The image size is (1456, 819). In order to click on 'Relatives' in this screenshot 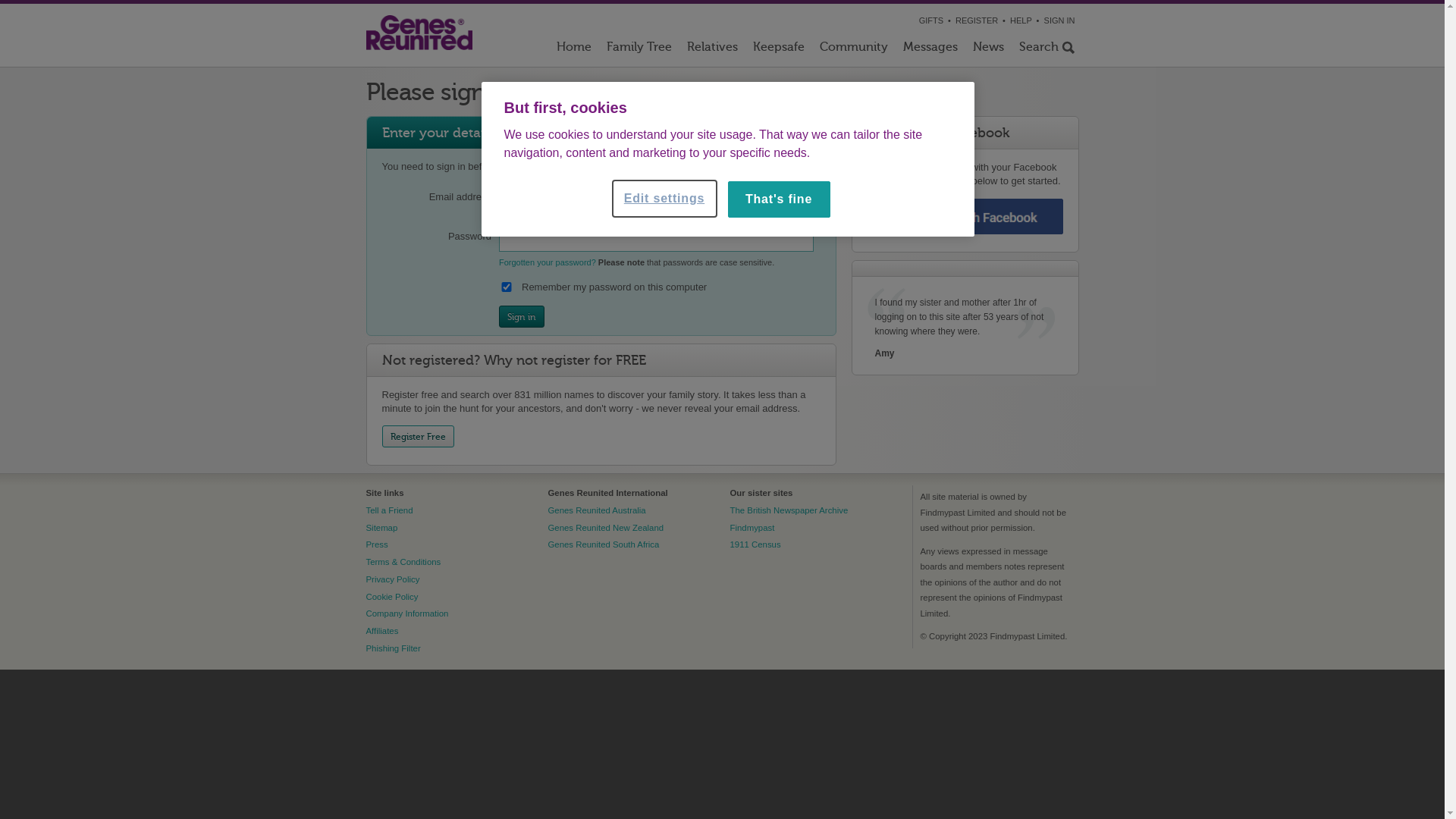, I will do `click(711, 49)`.